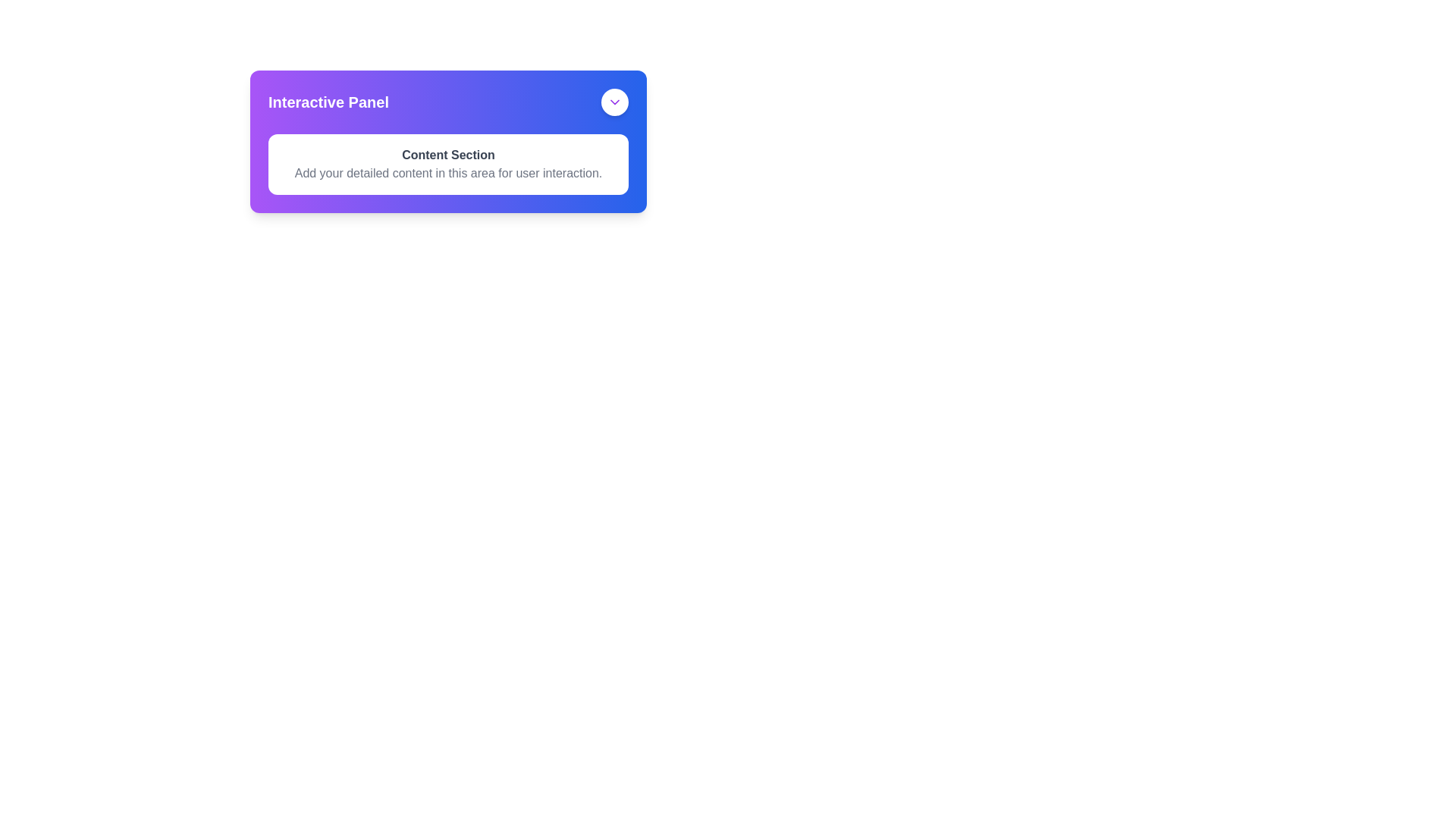  I want to click on the toggle button, so click(615, 102).